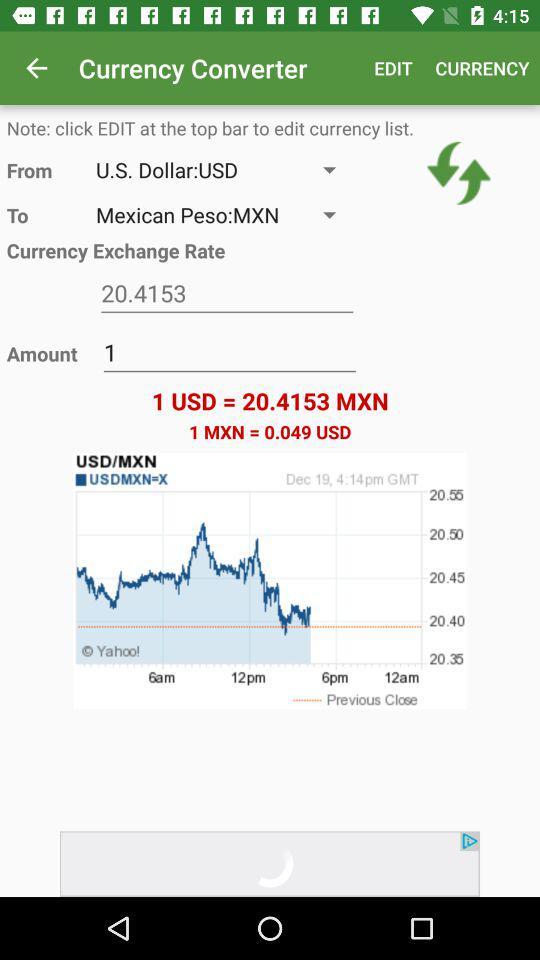 The width and height of the screenshot is (540, 960). I want to click on item above the note click edit icon, so click(36, 68).